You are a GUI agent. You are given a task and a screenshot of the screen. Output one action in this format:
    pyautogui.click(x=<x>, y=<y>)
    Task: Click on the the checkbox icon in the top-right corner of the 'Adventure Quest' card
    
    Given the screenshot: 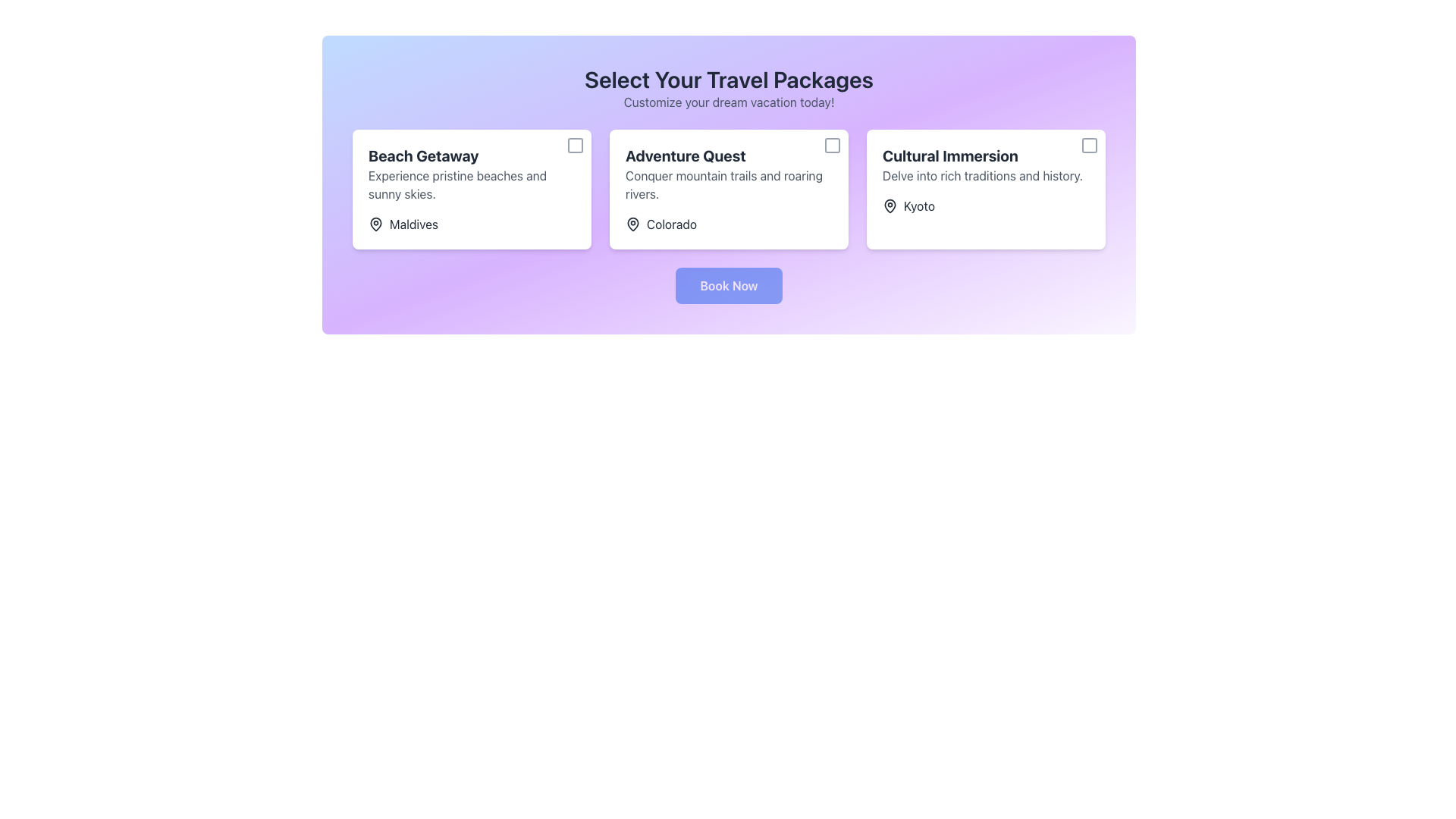 What is the action you would take?
    pyautogui.click(x=832, y=146)
    